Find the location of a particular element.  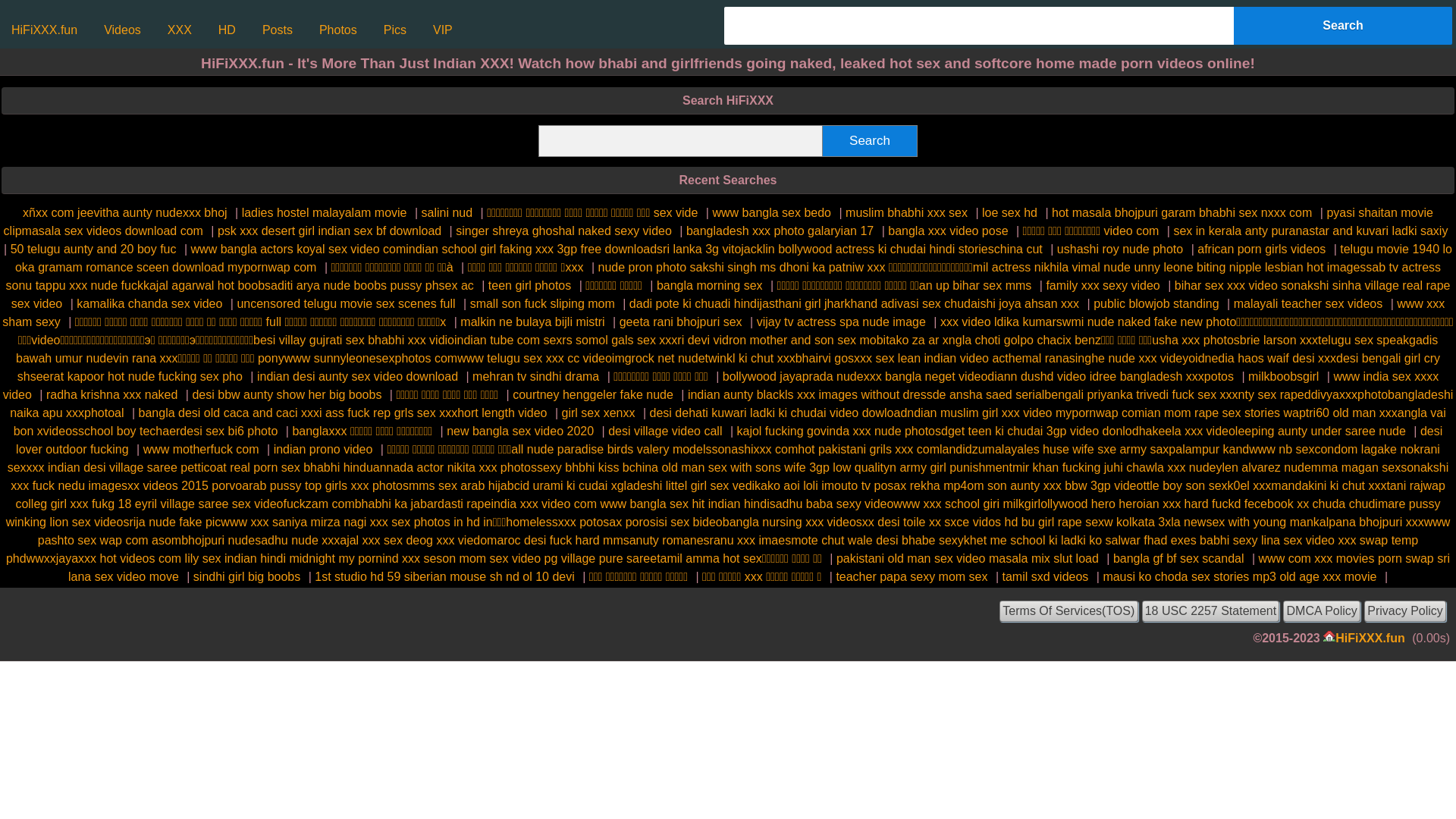

'teacher papa sexy mom sex' is located at coordinates (835, 576).